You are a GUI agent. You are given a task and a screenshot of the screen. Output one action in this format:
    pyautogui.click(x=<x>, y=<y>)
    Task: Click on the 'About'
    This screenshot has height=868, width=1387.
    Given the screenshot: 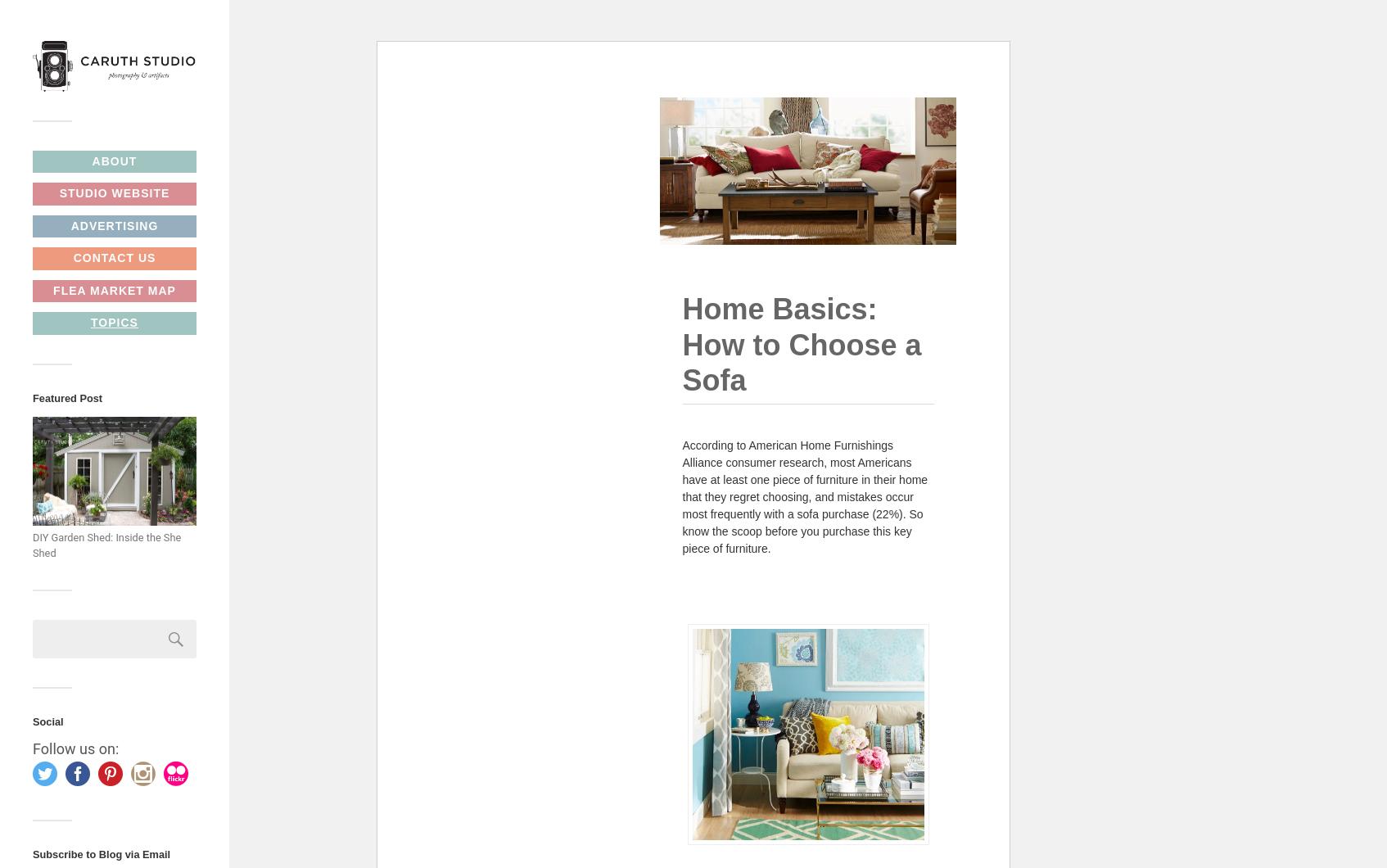 What is the action you would take?
    pyautogui.click(x=113, y=159)
    